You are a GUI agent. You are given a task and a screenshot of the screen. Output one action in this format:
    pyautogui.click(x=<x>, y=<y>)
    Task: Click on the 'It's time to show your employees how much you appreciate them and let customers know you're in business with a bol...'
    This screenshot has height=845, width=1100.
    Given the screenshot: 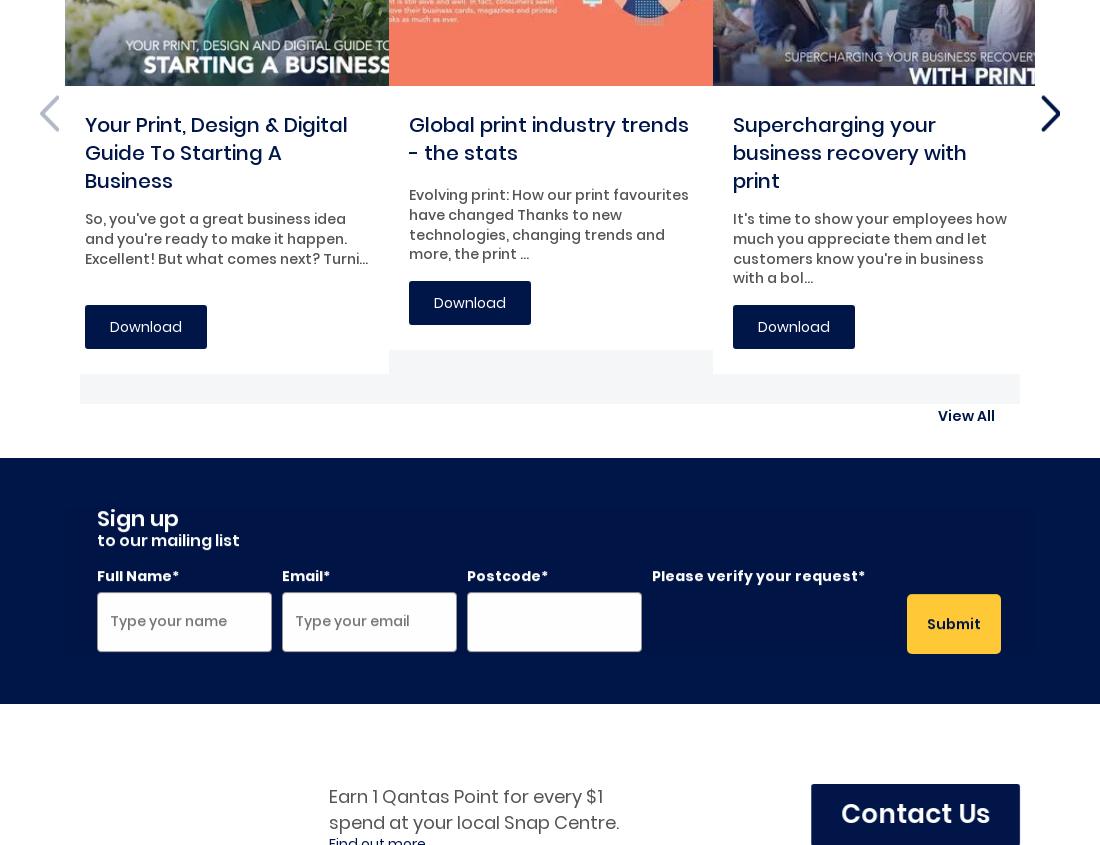 What is the action you would take?
    pyautogui.click(x=732, y=247)
    